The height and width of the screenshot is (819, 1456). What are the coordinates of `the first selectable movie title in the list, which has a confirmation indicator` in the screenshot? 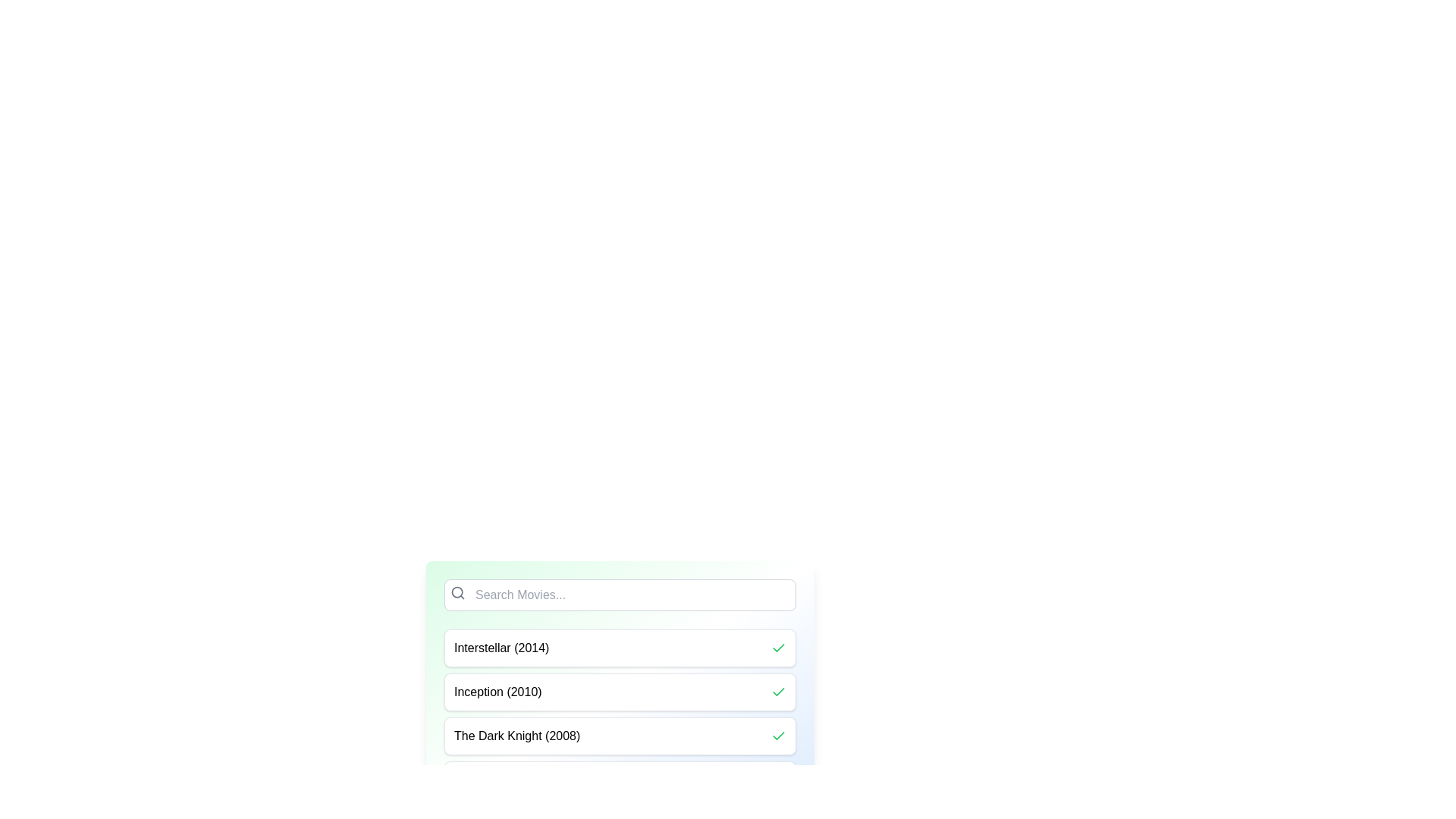 It's located at (620, 648).